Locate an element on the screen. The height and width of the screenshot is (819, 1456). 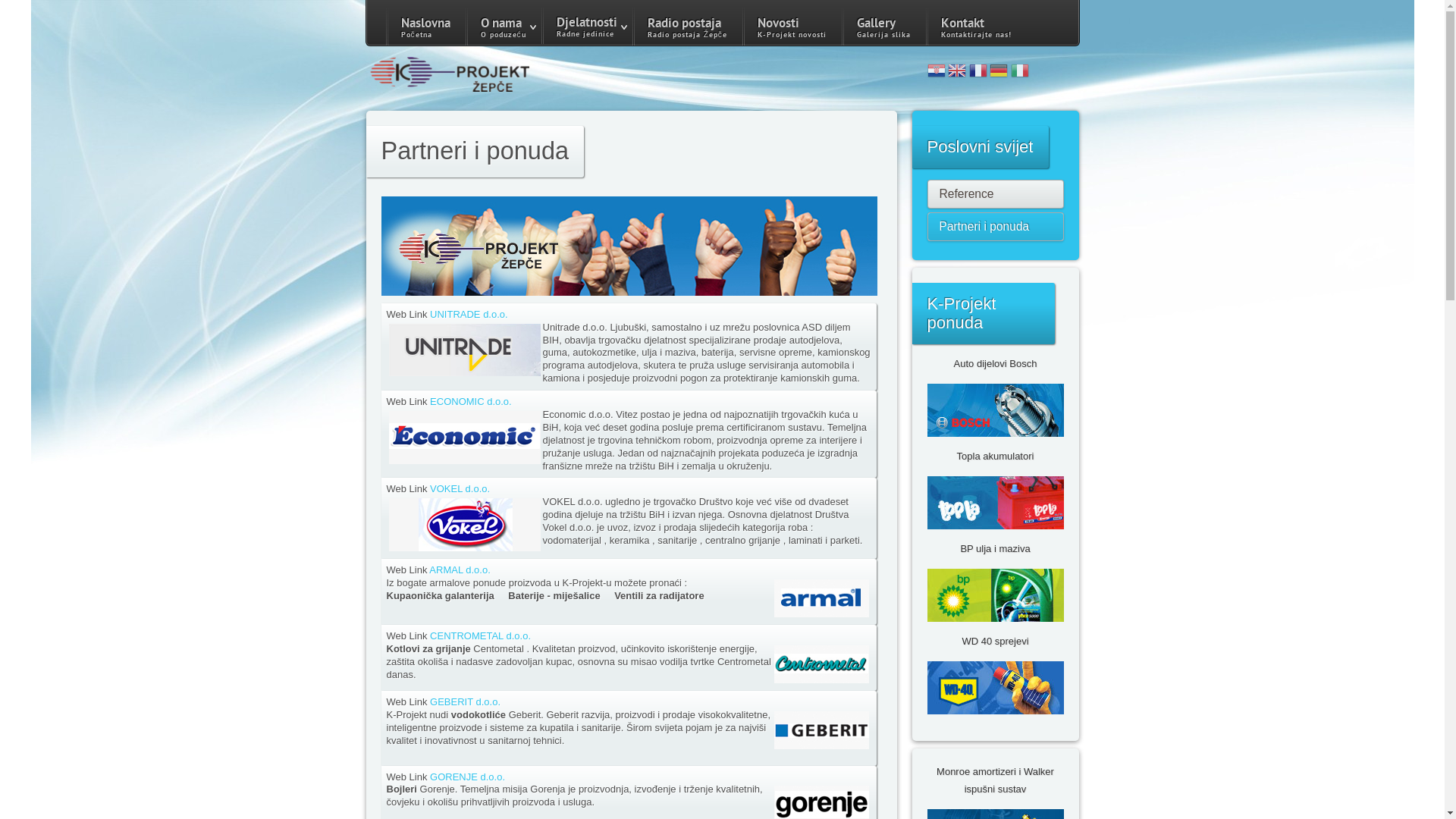
'English' is located at coordinates (956, 72).